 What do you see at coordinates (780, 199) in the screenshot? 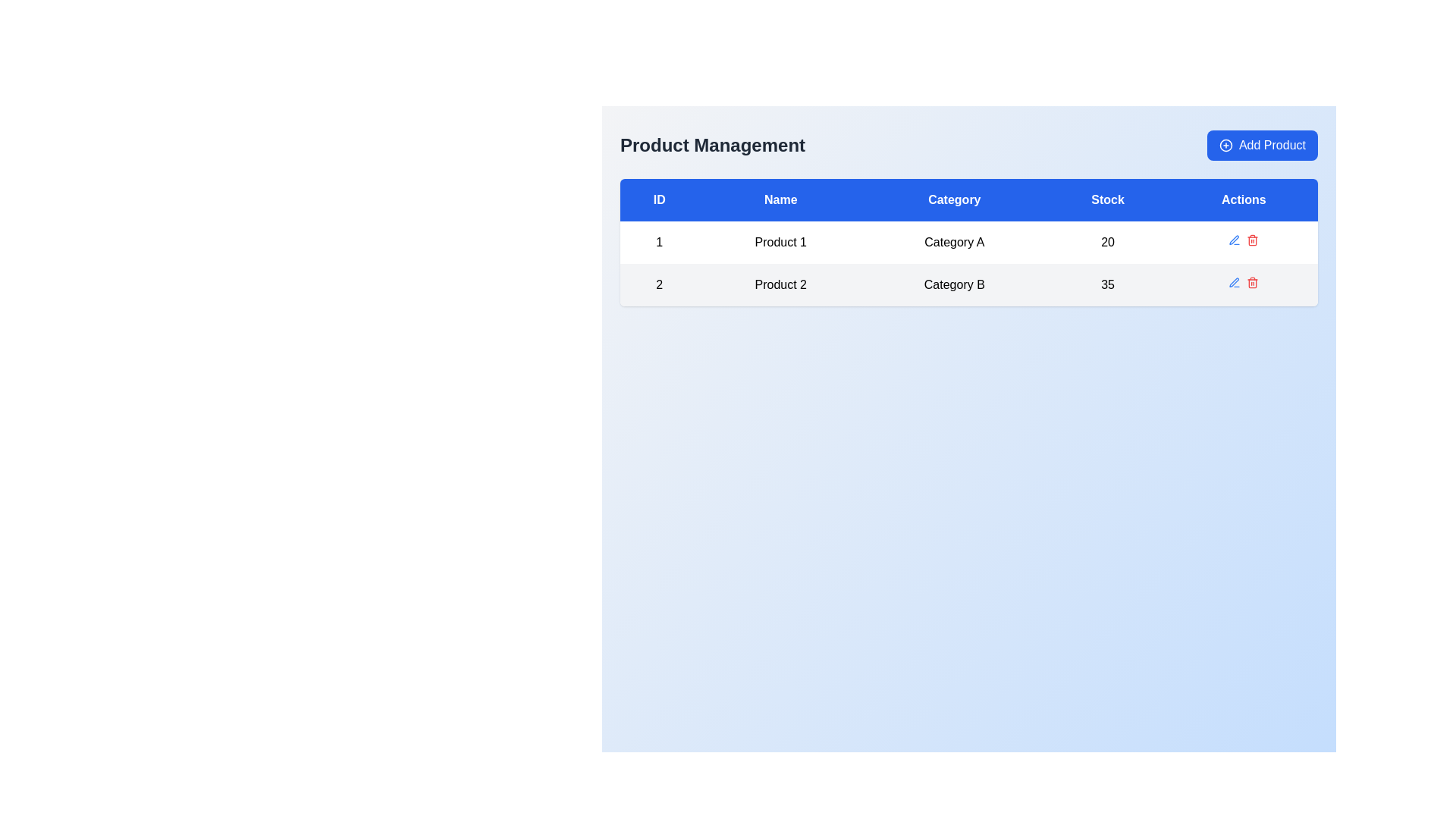
I see `the Table Header Cell that indicates the 'Name' data category, located centrally in the second column of the table header, between the 'ID' and 'Category' columns` at bounding box center [780, 199].